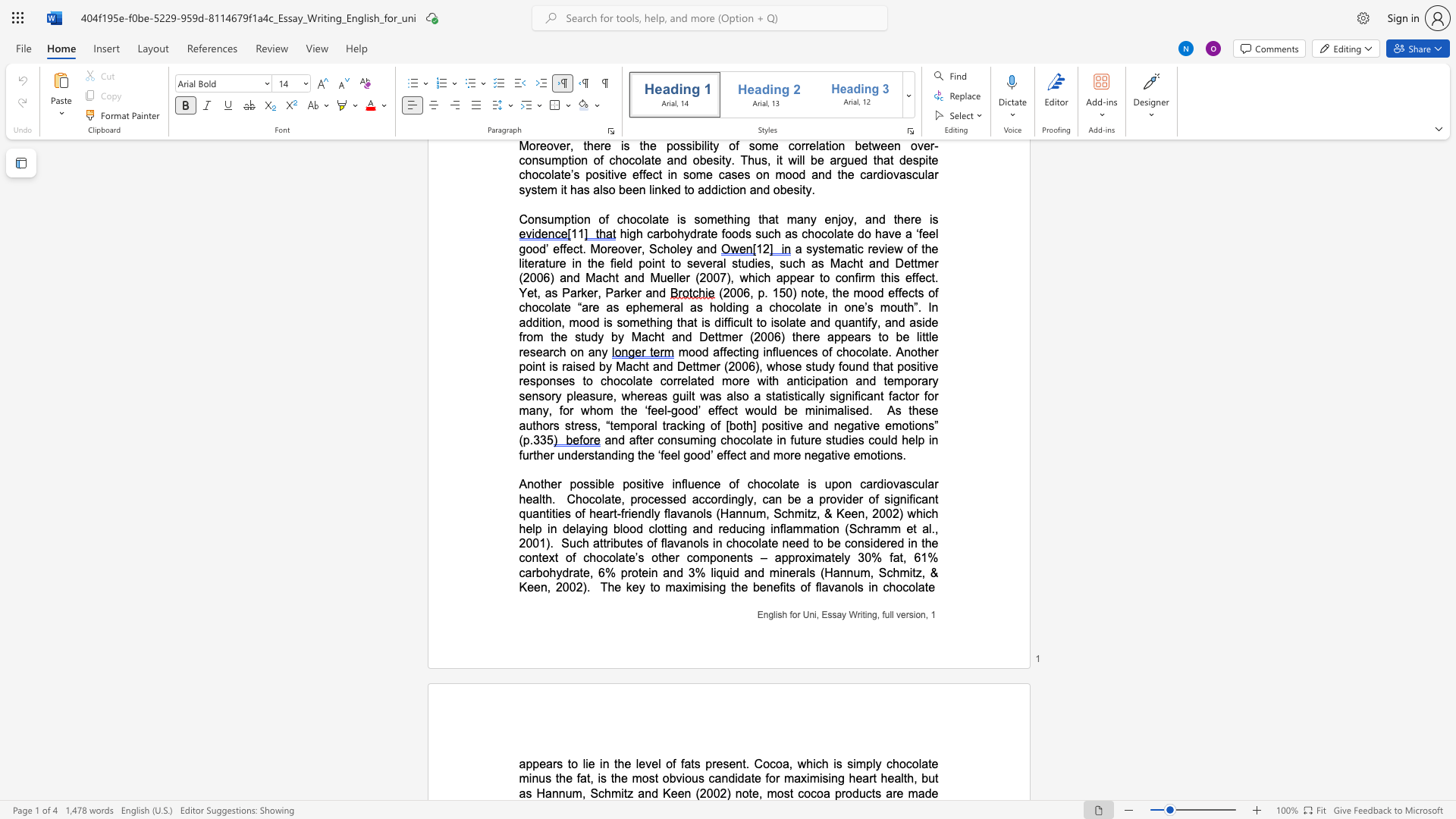 Image resolution: width=1456 pixels, height=819 pixels. I want to click on the subset text "uid" within the text "Such attributes of flavanols in chocolate need to be considered in the context of chocolate’s other components – approximately 30% fat, 61% carbohydrate, 6% protein and 3% liquid and minerals (Hannum, Sch", so click(722, 573).